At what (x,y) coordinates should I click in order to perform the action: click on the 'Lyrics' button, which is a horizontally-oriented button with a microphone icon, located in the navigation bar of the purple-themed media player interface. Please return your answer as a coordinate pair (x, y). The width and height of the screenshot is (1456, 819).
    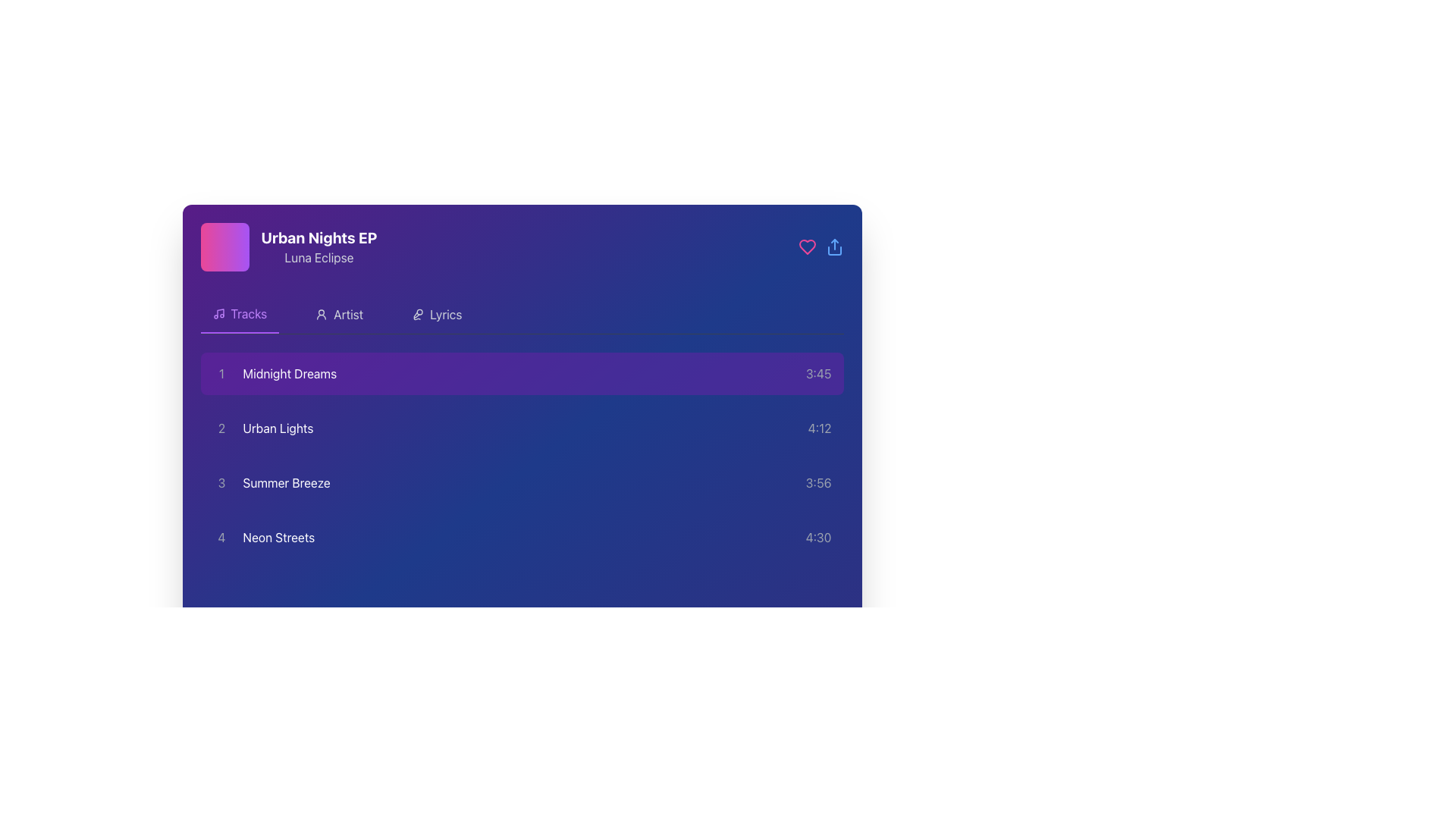
    Looking at the image, I should click on (436, 314).